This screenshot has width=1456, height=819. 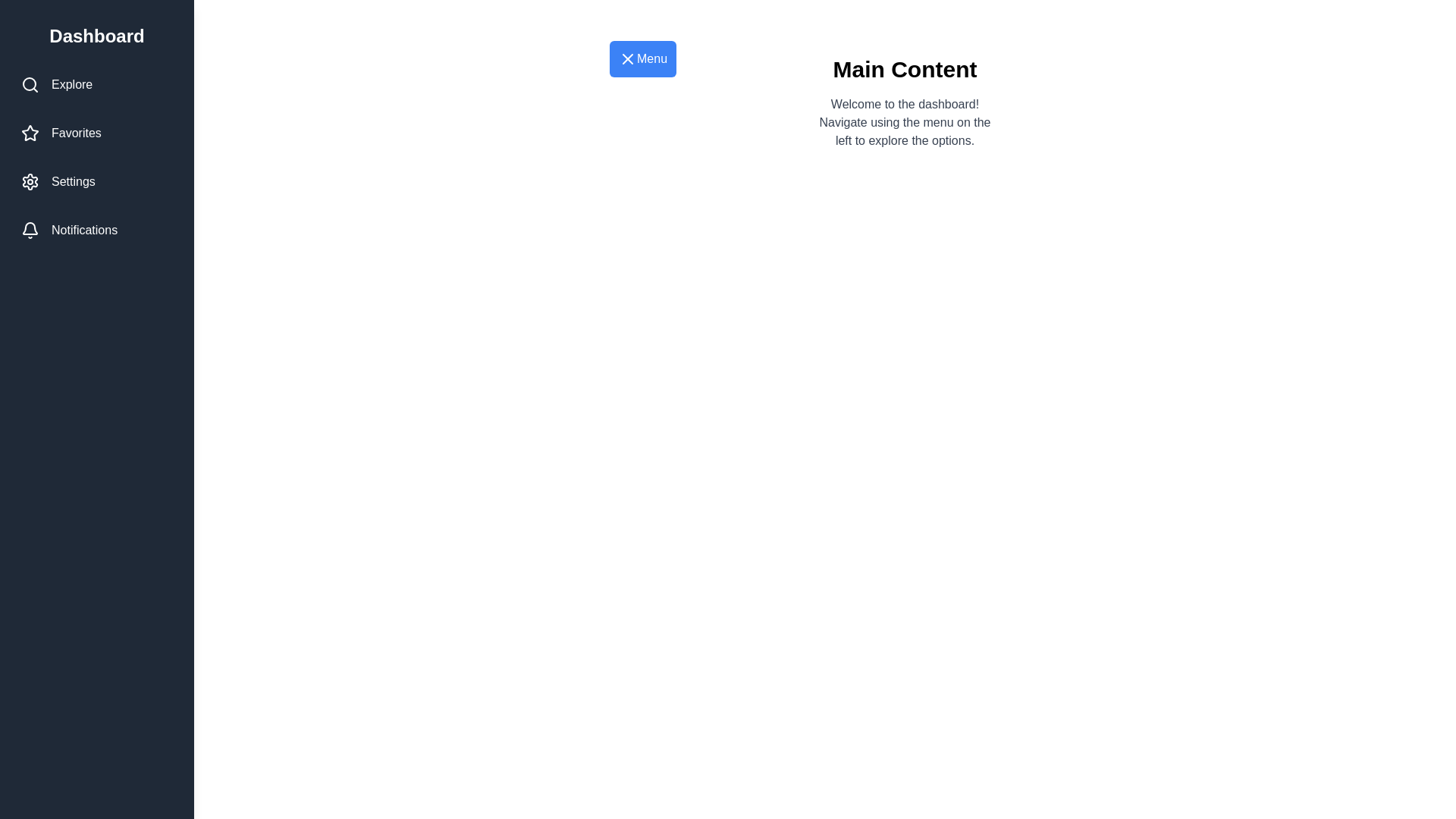 I want to click on the static text element displaying 'Dashboard' which is located at the top of the vertical menu panel on the left side of the interface, so click(x=96, y=35).